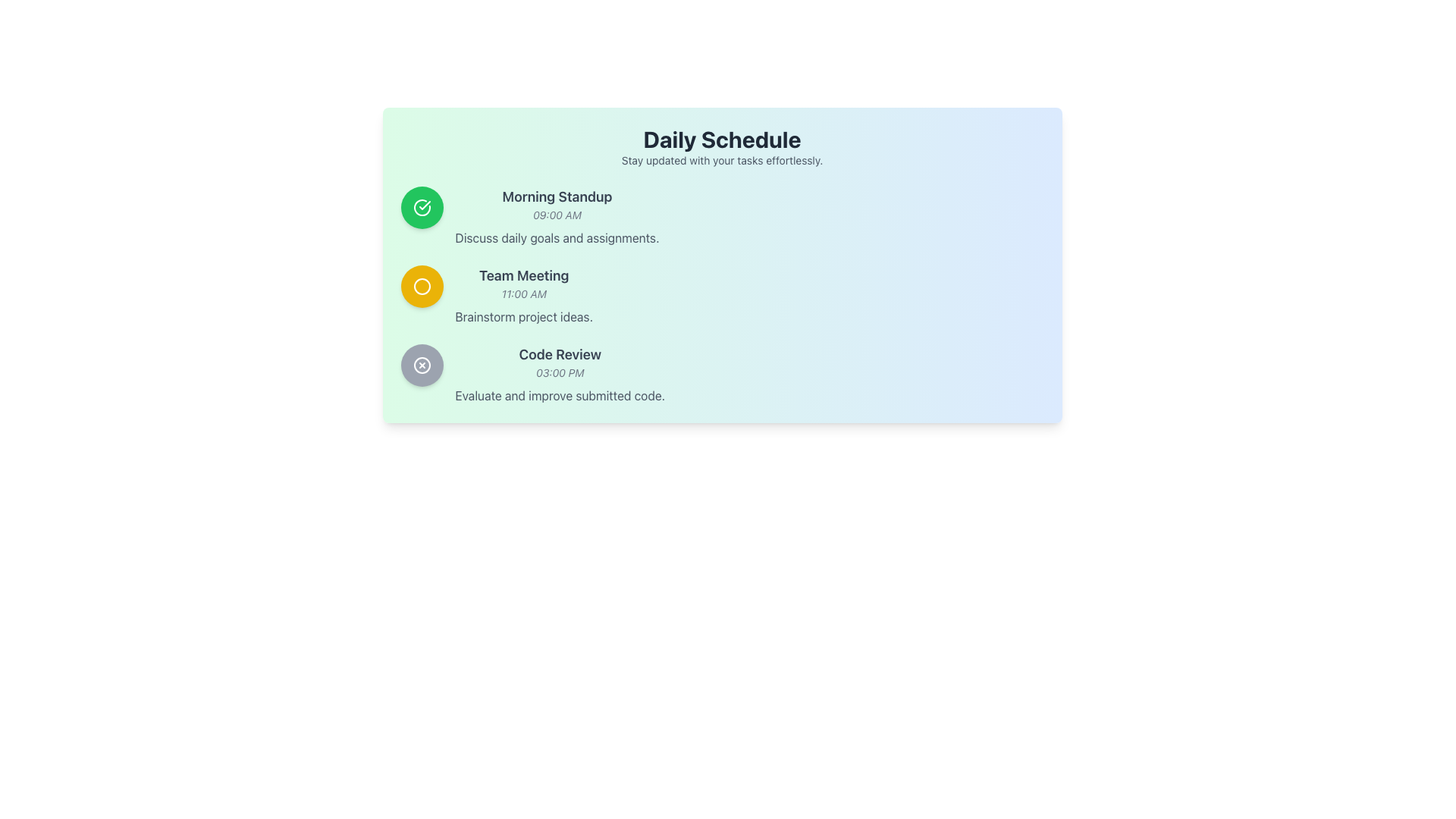  Describe the element at coordinates (524, 315) in the screenshot. I see `the text element displaying 'Brainstorm project ideas.' which is styled in gray and positioned beneath '11:00 AM' in the 'Daily Schedule' list` at that location.